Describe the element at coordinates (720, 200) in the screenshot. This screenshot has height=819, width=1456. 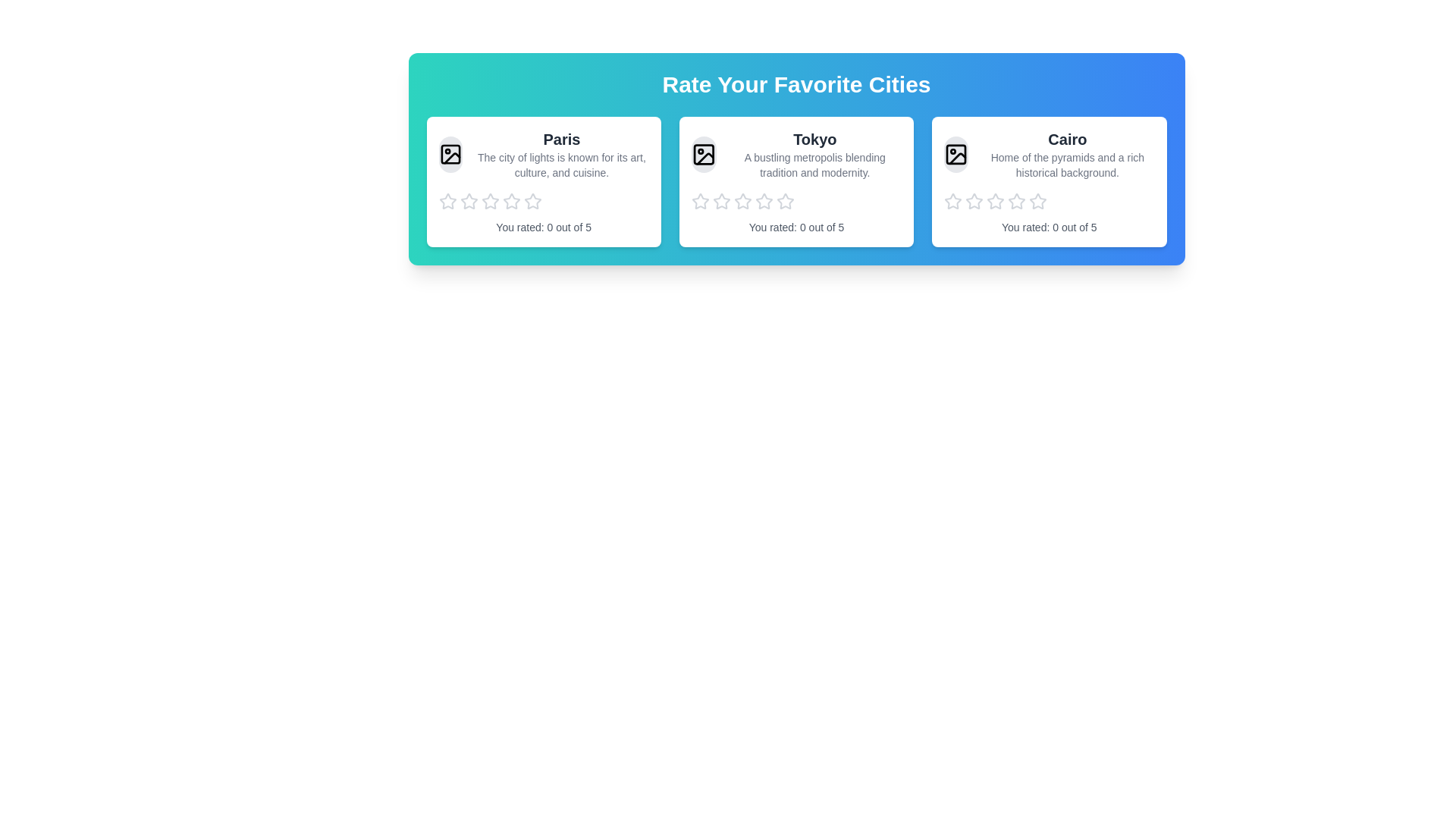
I see `the first star in the horizontal sequence of rating stars below the 'Tokyo' card` at that location.